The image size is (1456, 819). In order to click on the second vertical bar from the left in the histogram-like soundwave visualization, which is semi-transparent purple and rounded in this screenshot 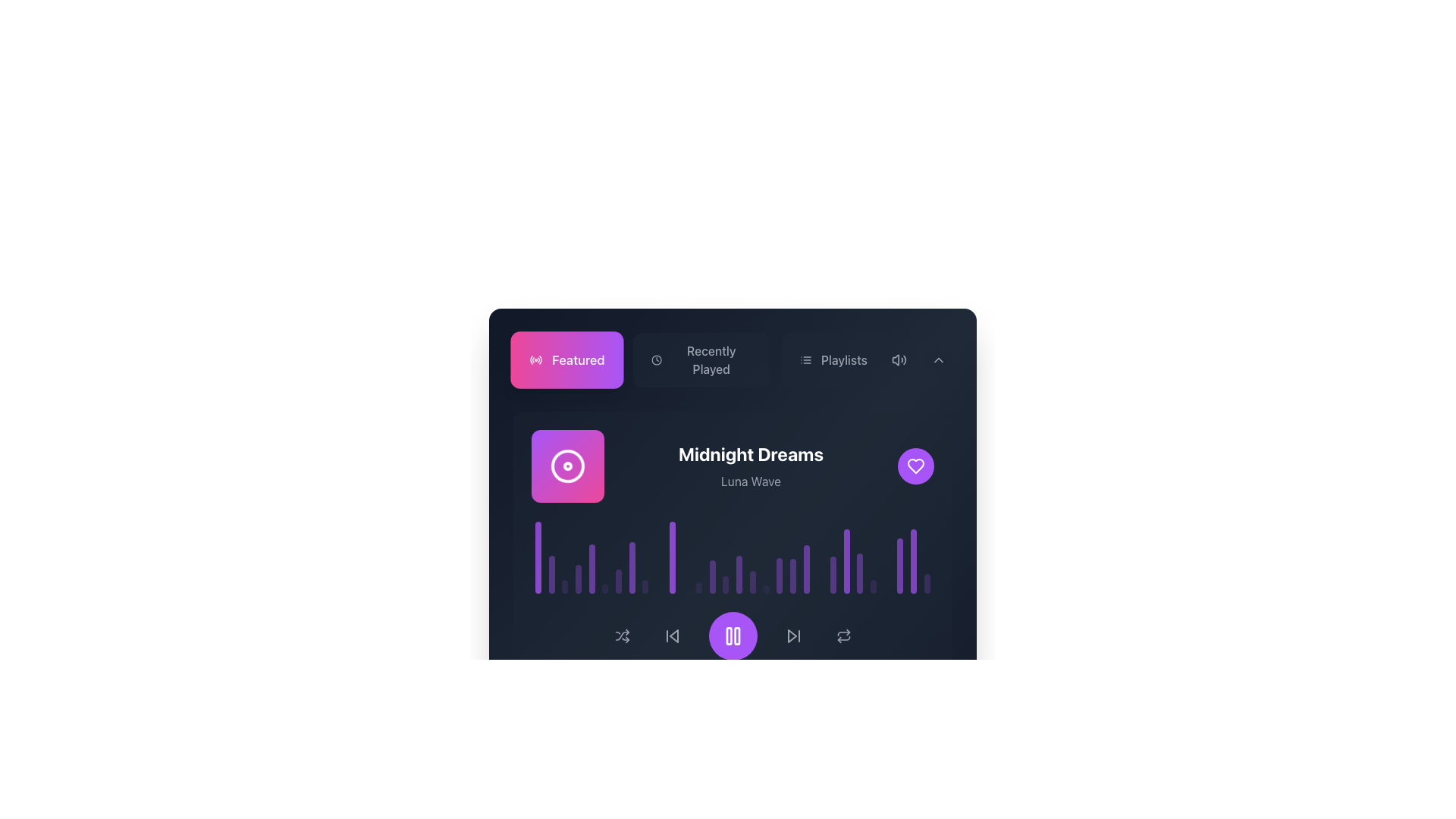, I will do `click(551, 575)`.